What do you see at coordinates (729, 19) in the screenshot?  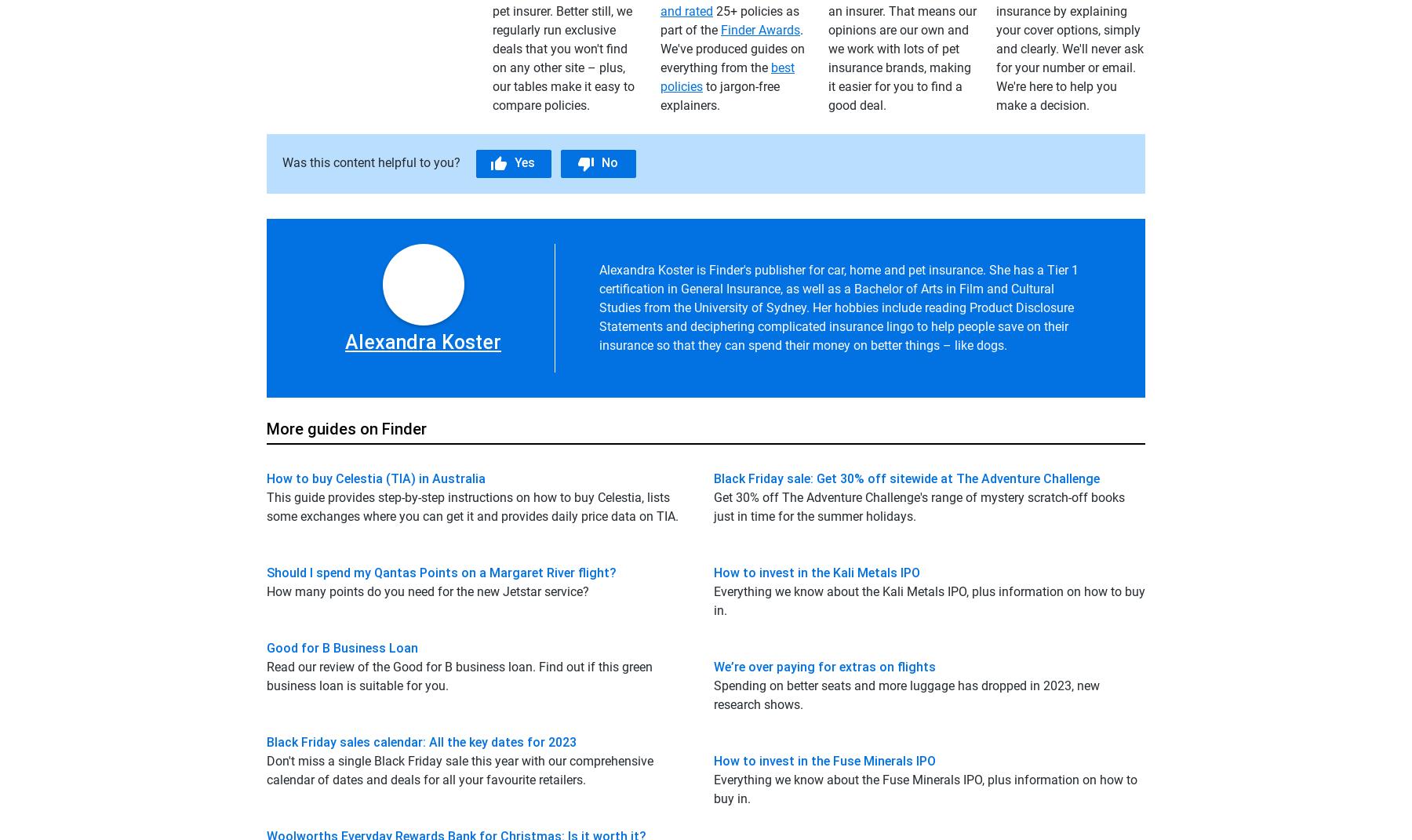 I see `'25+ policies as part of the'` at bounding box center [729, 19].